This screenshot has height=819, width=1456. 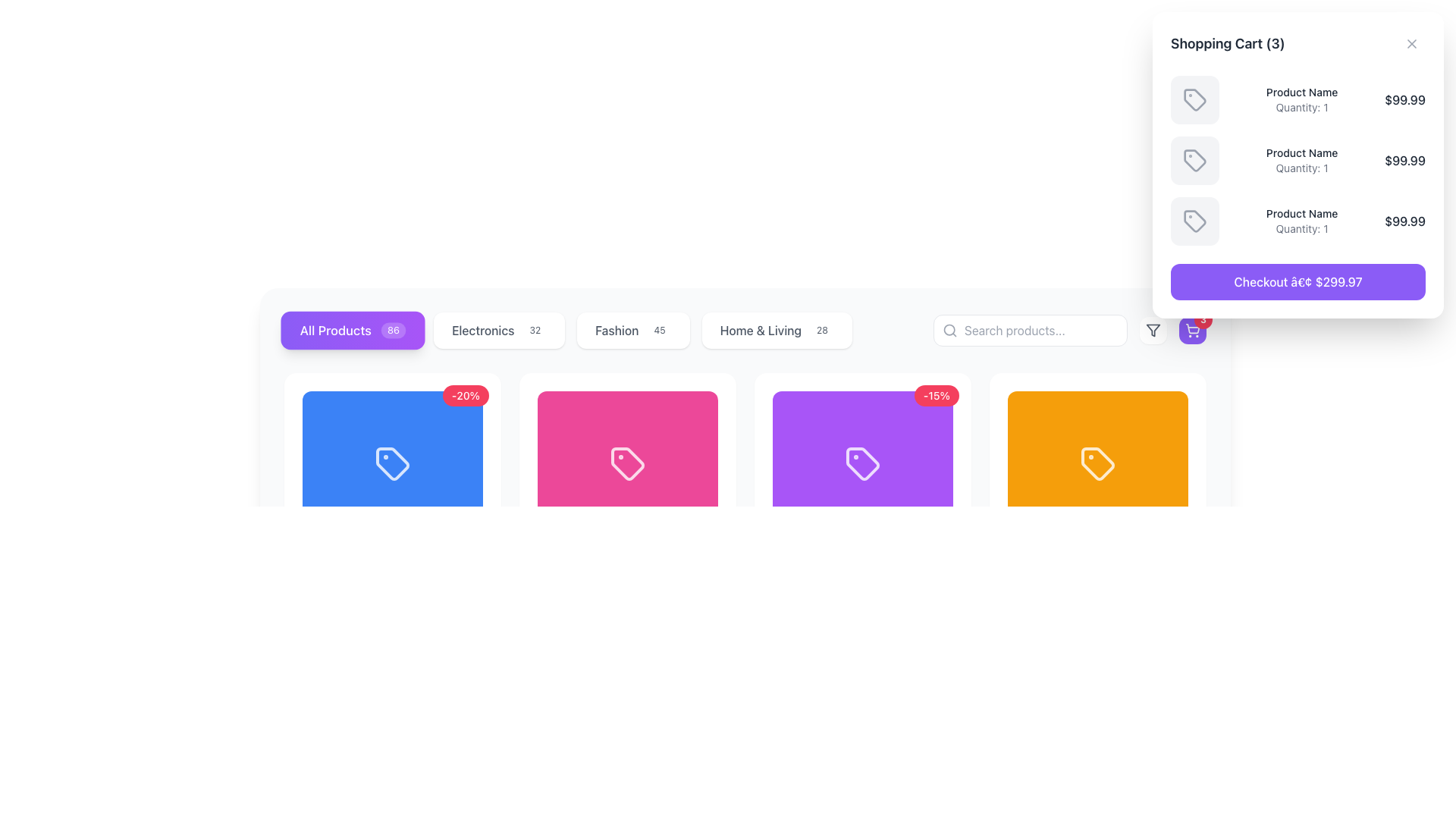 What do you see at coordinates (1194, 99) in the screenshot?
I see `the product thumbnail icon in the shopping cart list located in the sidebar on the right side of the interface` at bounding box center [1194, 99].